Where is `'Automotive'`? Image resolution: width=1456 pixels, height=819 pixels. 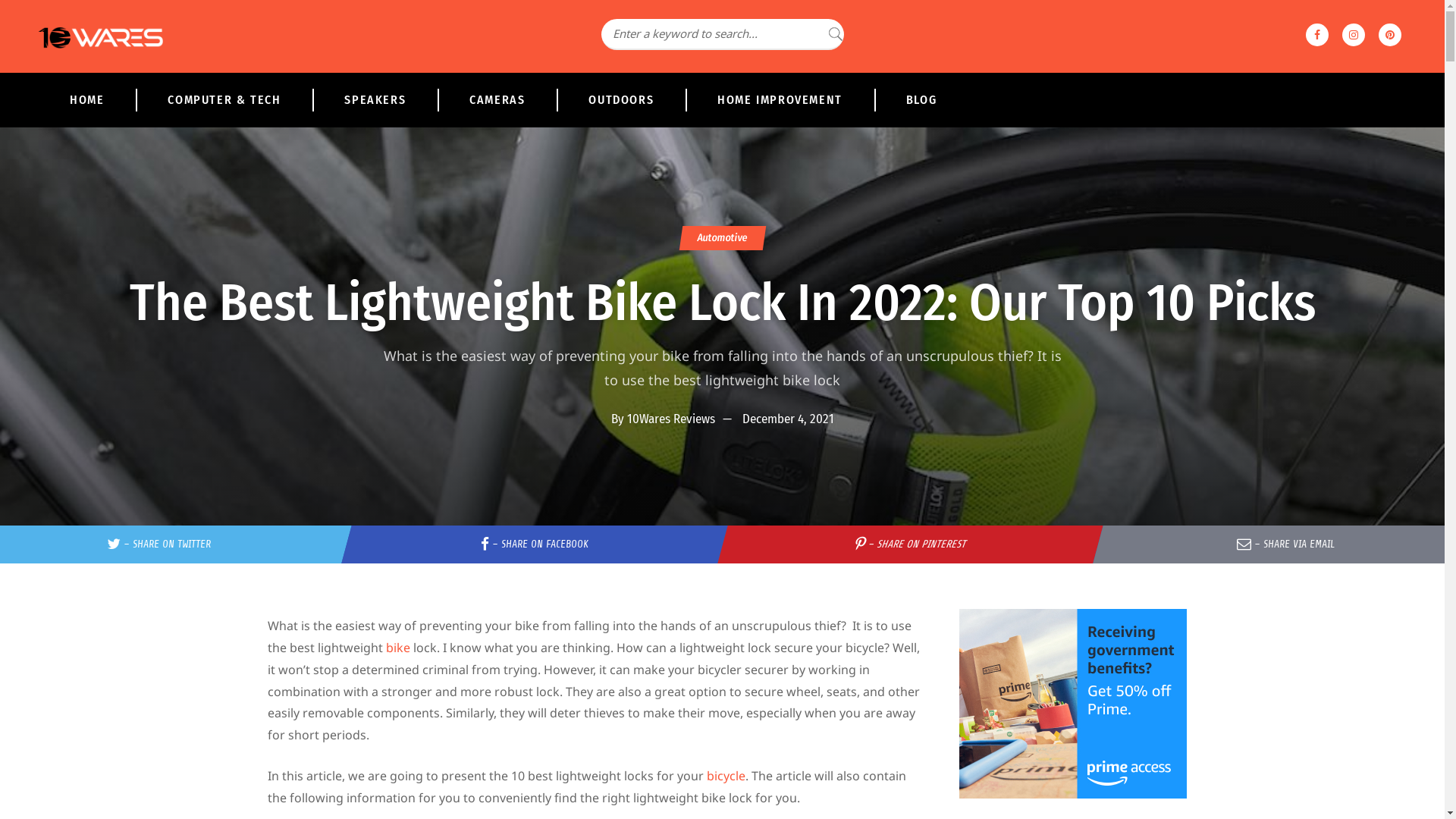 'Automotive' is located at coordinates (720, 237).